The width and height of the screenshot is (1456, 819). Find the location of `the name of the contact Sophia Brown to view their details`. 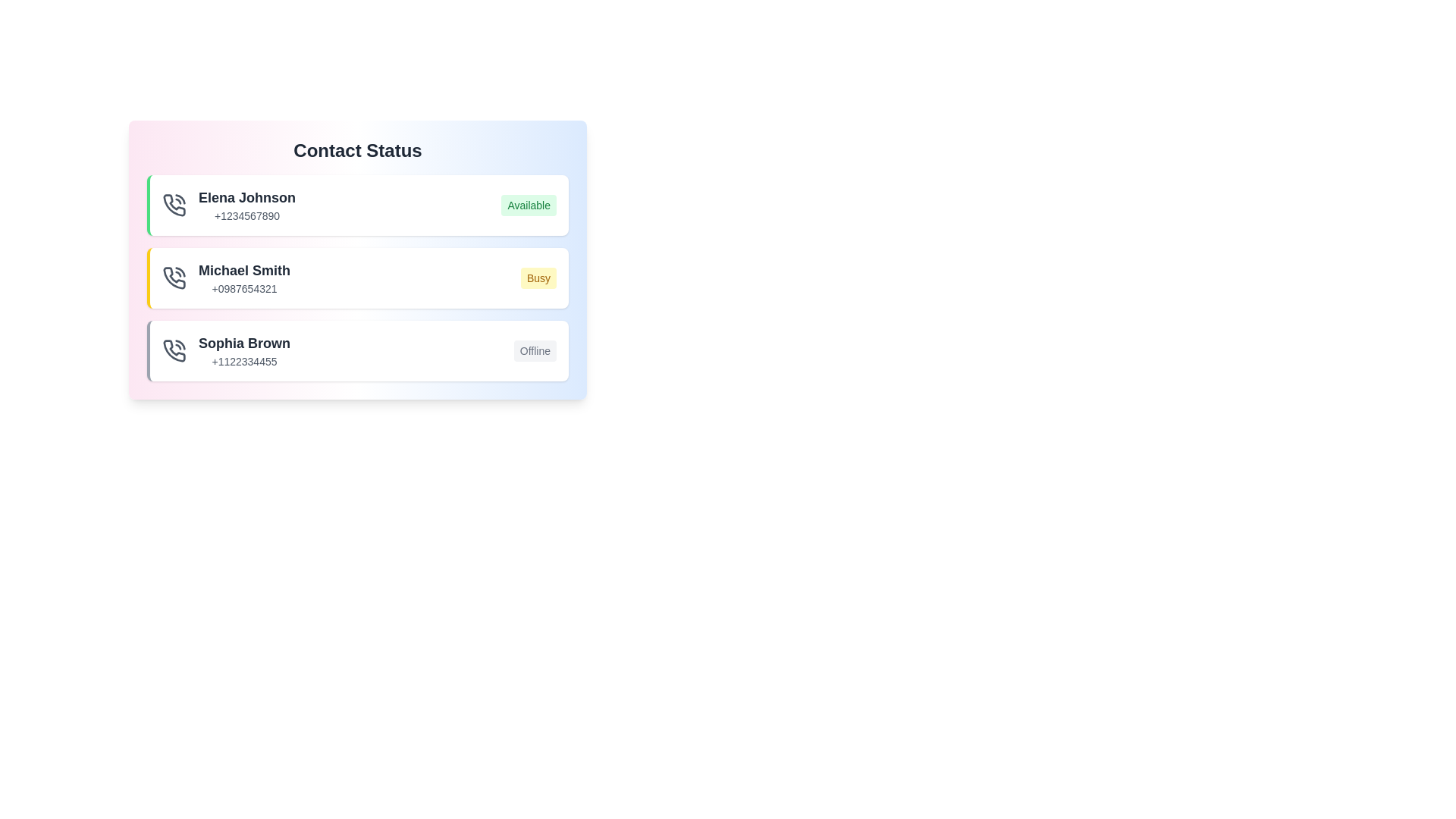

the name of the contact Sophia Brown to view their details is located at coordinates (243, 343).